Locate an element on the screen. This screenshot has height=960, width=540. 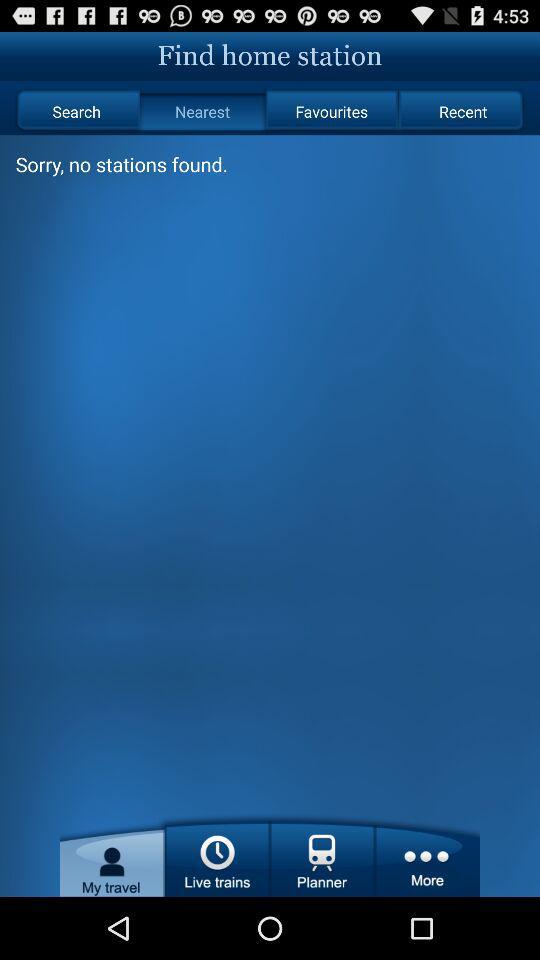
item below the sorry no stations app is located at coordinates (112, 853).